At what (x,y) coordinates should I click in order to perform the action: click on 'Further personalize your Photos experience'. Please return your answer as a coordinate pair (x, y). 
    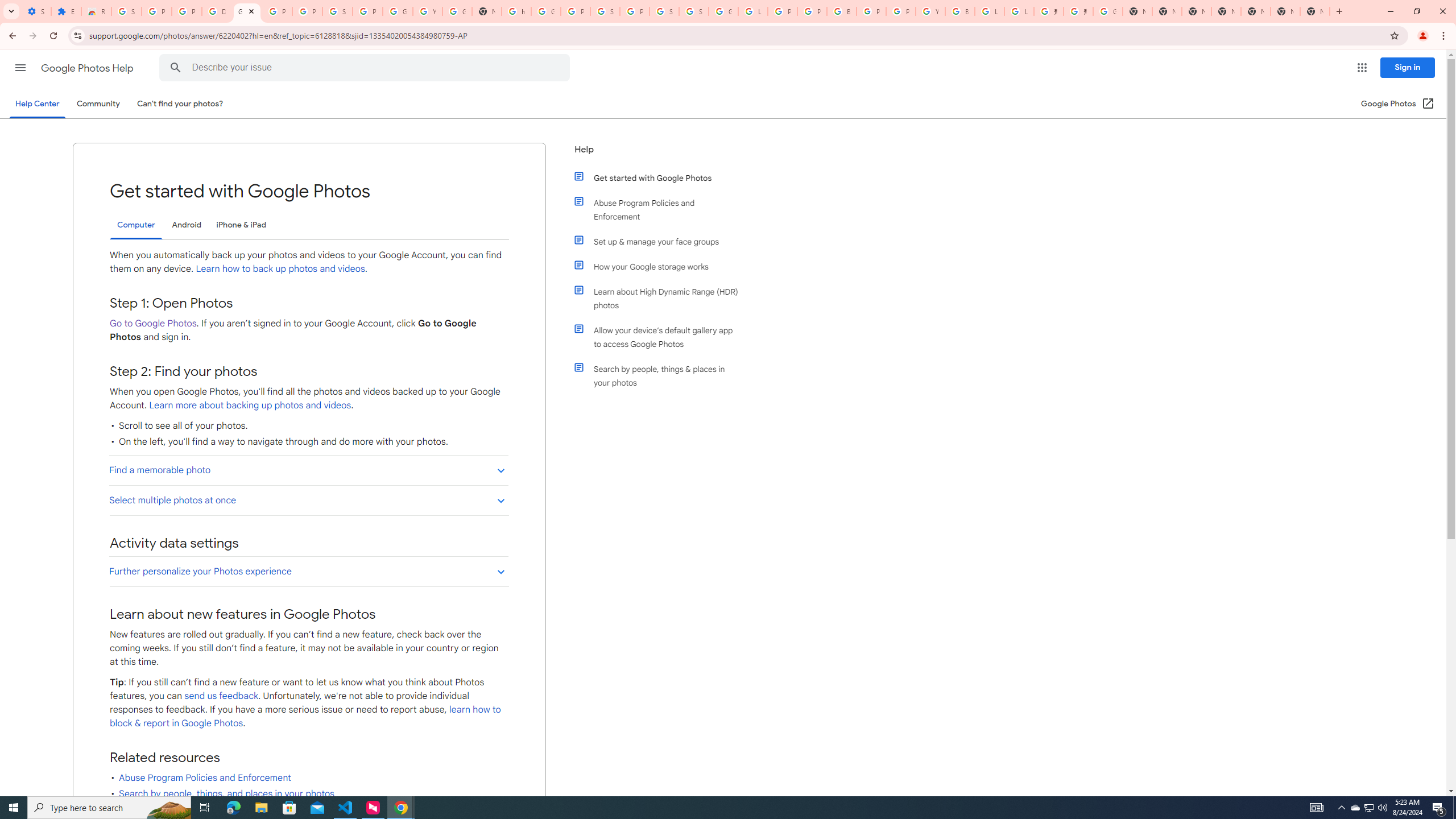
    Looking at the image, I should click on (308, 570).